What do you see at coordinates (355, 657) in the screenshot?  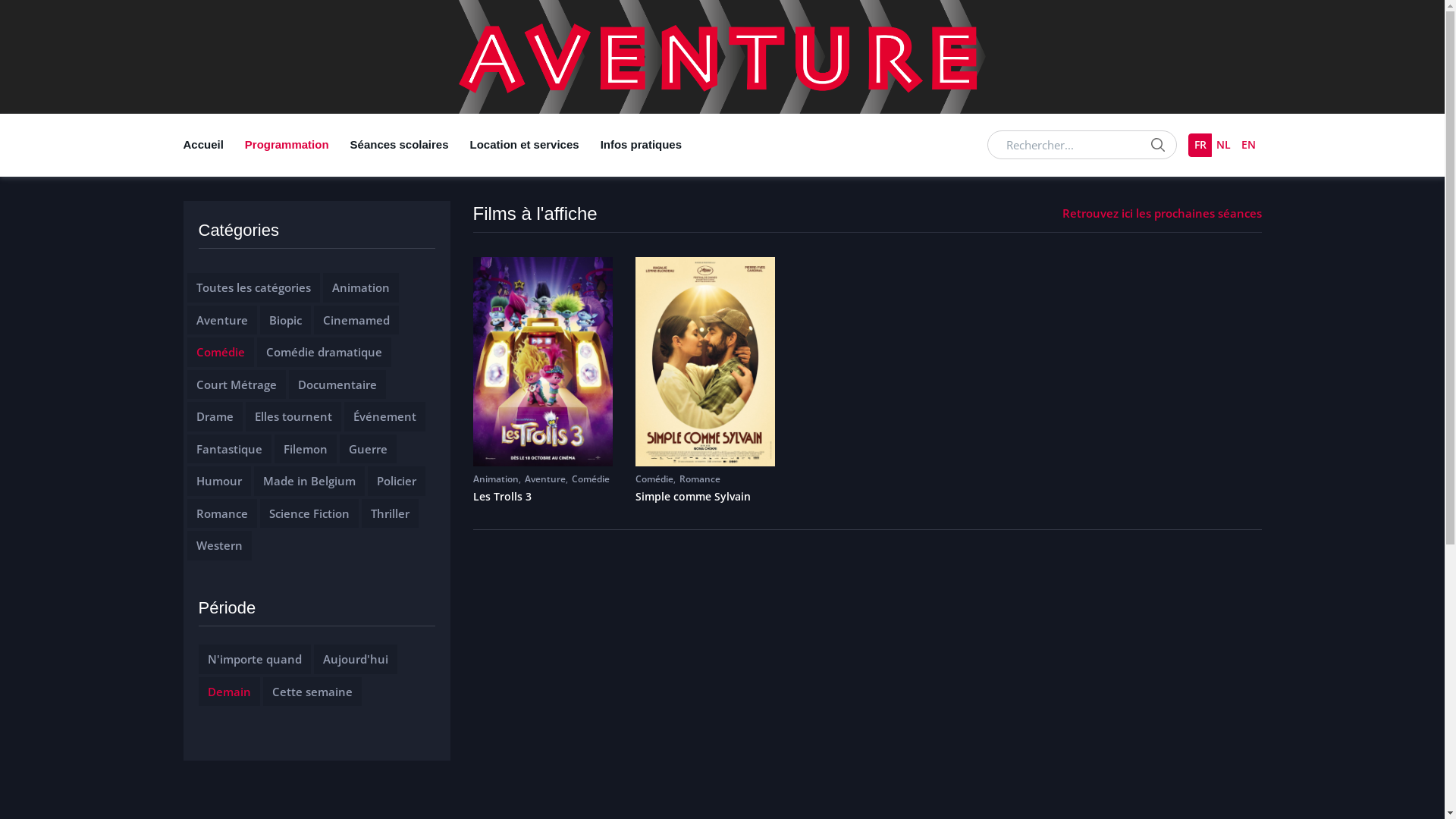 I see `'Aujourd'hui'` at bounding box center [355, 657].